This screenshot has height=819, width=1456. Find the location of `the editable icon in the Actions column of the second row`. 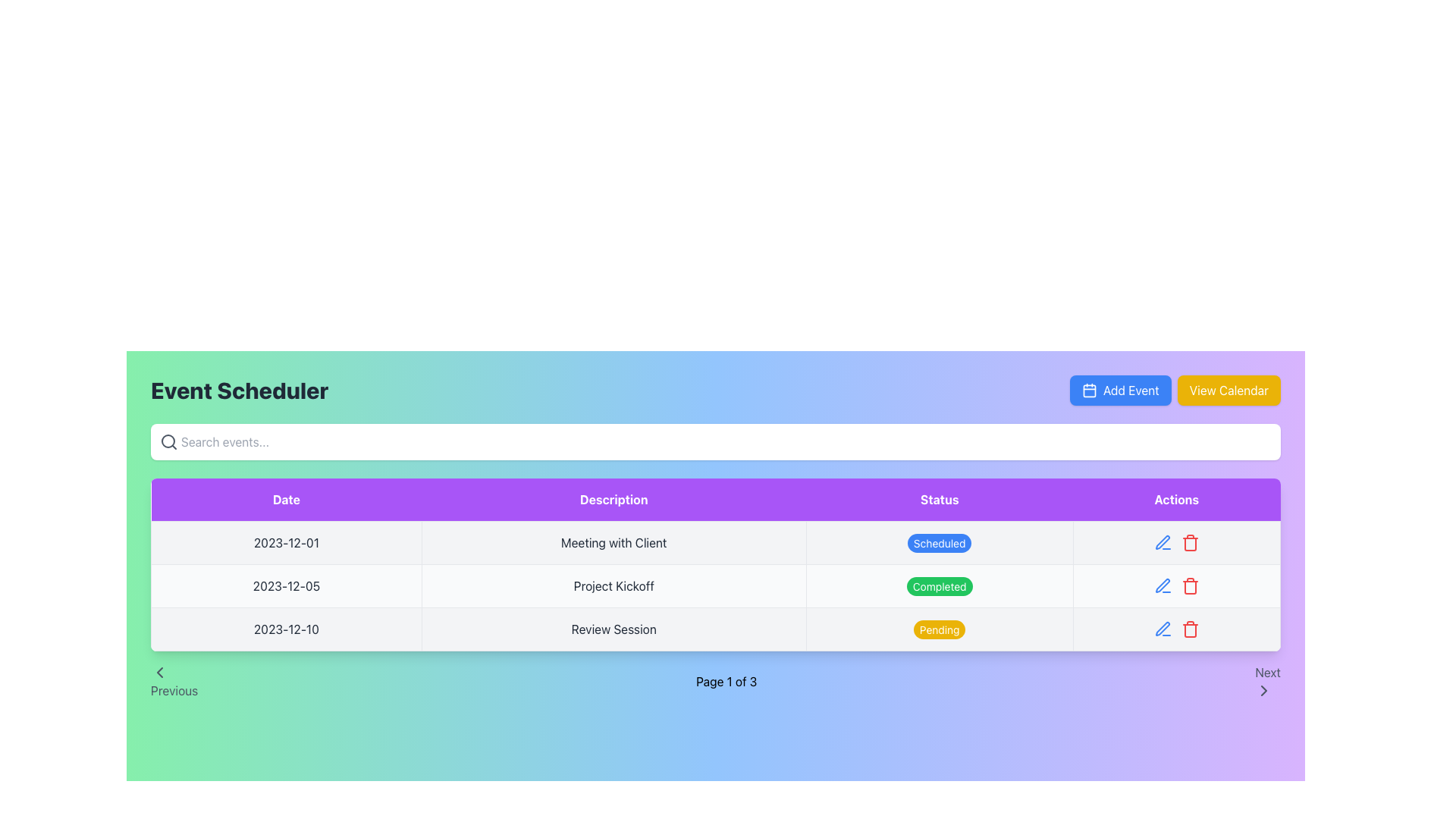

the editable icon in the Actions column of the second row is located at coordinates (1161, 584).